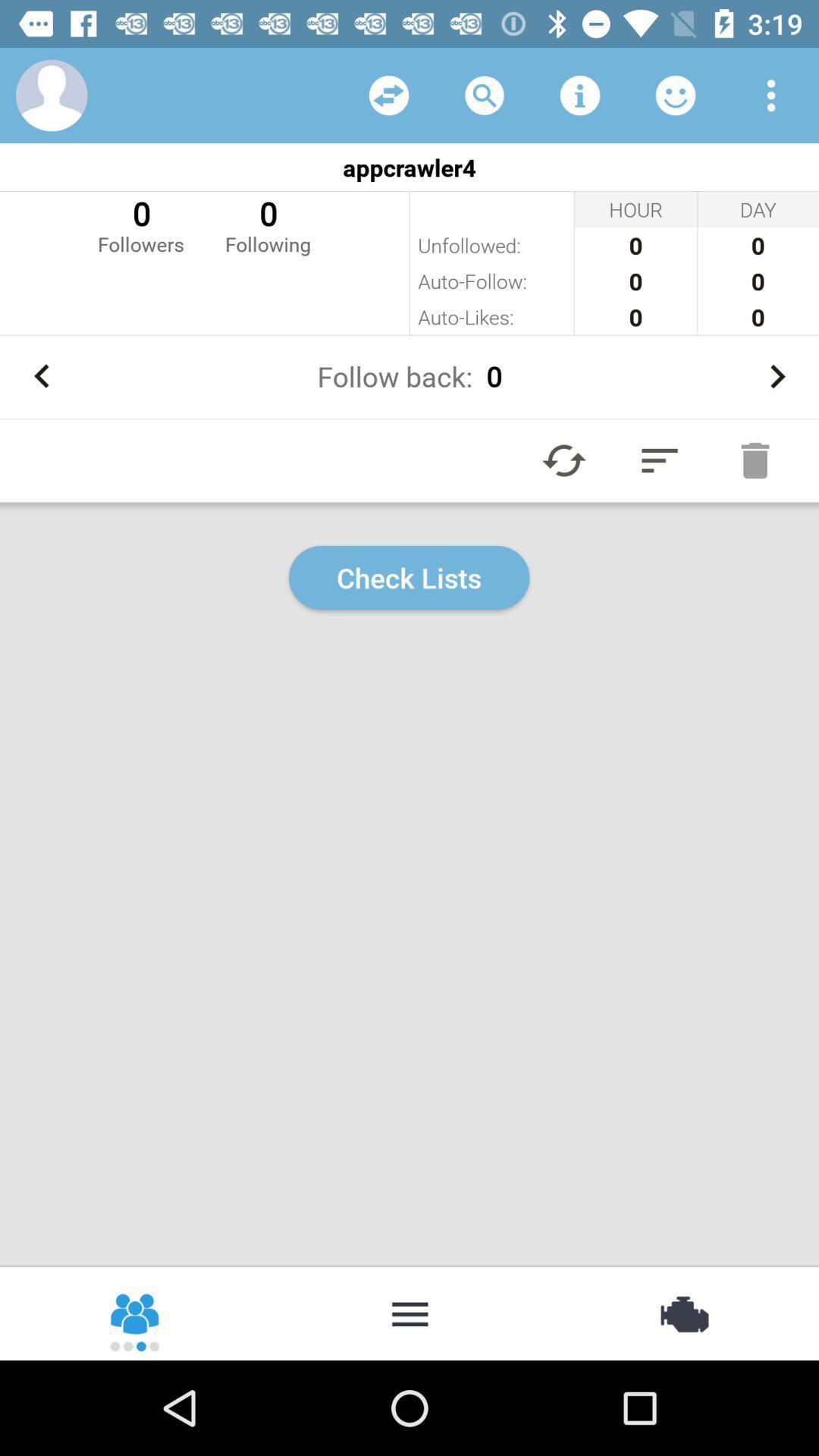  Describe the element at coordinates (140, 224) in the screenshot. I see `item below the appcrawler4 icon` at that location.